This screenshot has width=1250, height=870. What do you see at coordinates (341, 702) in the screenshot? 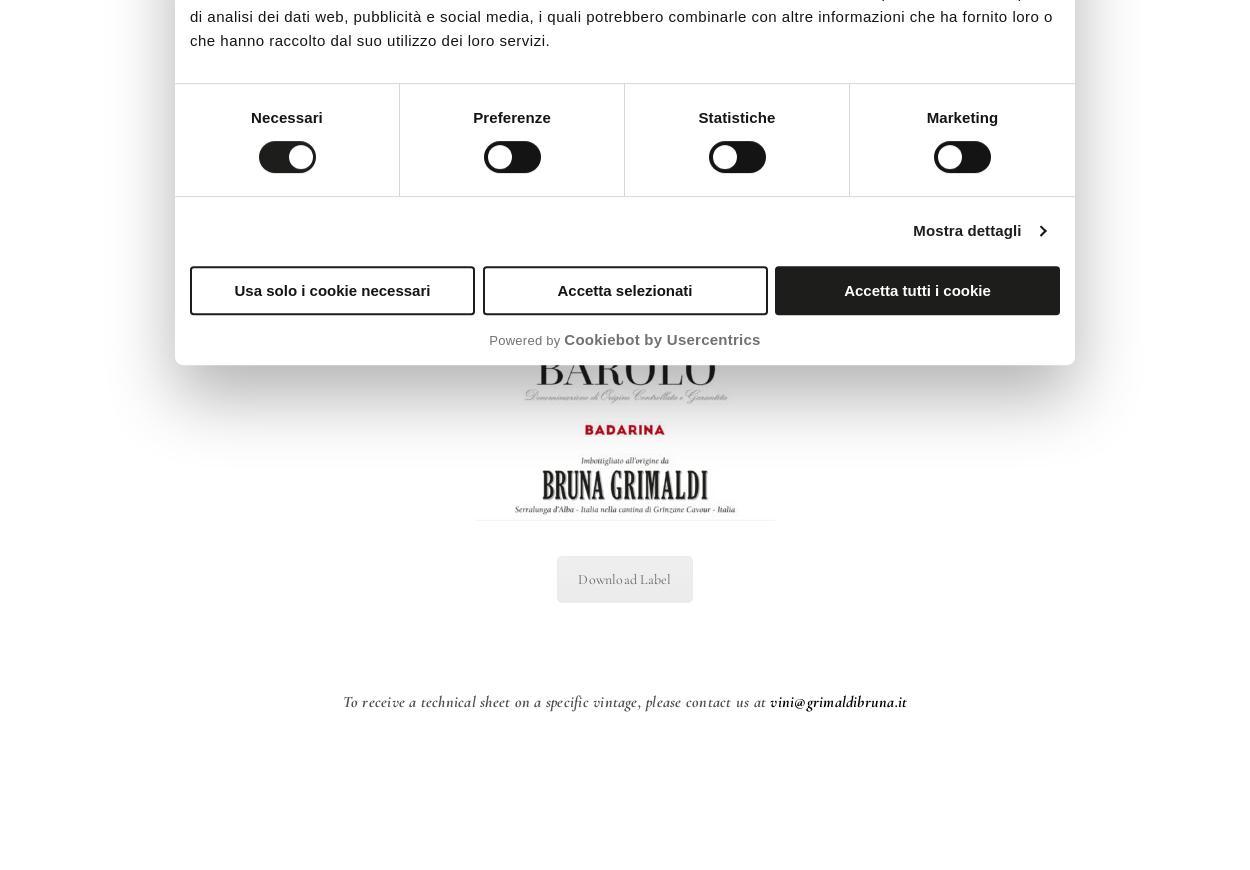
I see `'To receive a technical sheet on a specific vintage, please contact us at'` at bounding box center [341, 702].